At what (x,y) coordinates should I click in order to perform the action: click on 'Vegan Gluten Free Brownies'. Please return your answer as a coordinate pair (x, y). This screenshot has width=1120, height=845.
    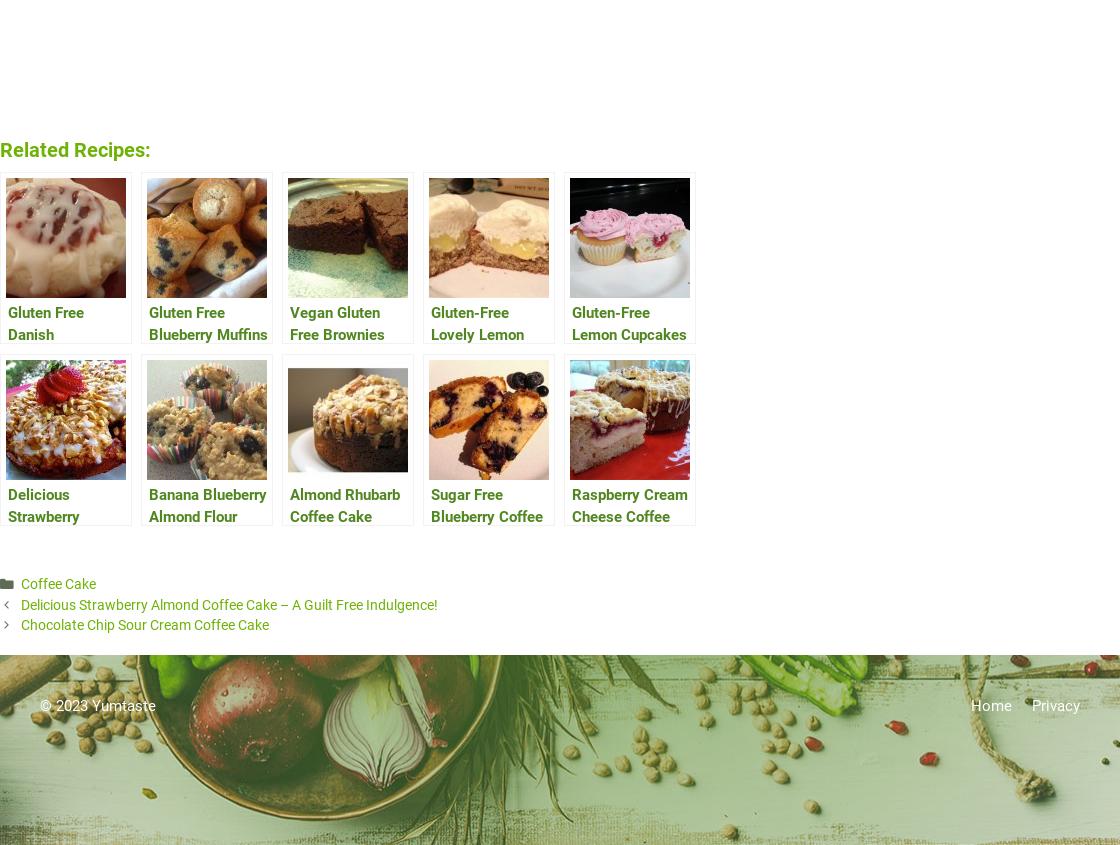
    Looking at the image, I should click on (337, 323).